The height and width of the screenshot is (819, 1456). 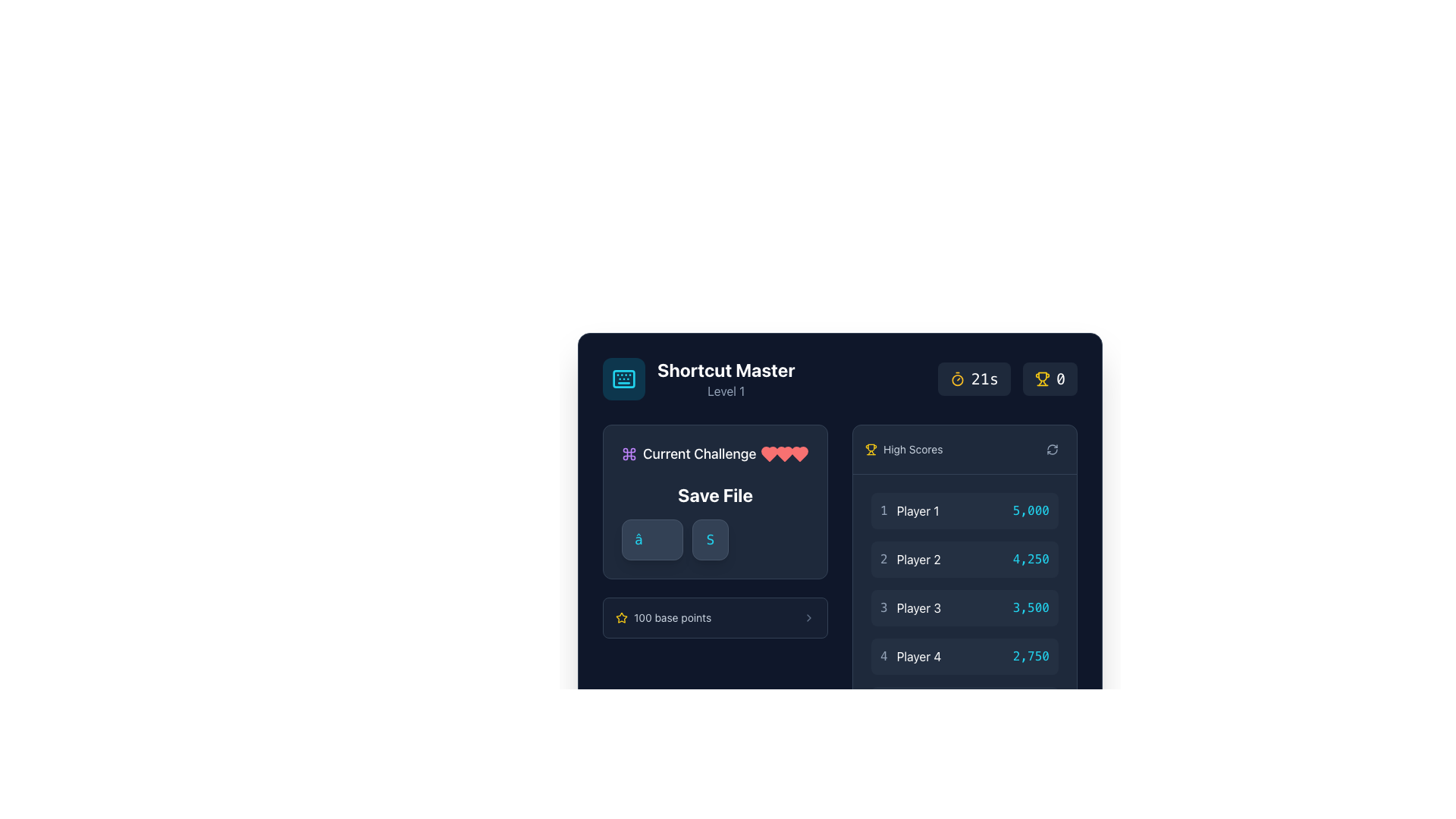 What do you see at coordinates (799, 453) in the screenshot?
I see `the middle heart icon in the 'Current Challenge' section, which visually represents the user's status and is located in the top-left quadrant of the application interface` at bounding box center [799, 453].